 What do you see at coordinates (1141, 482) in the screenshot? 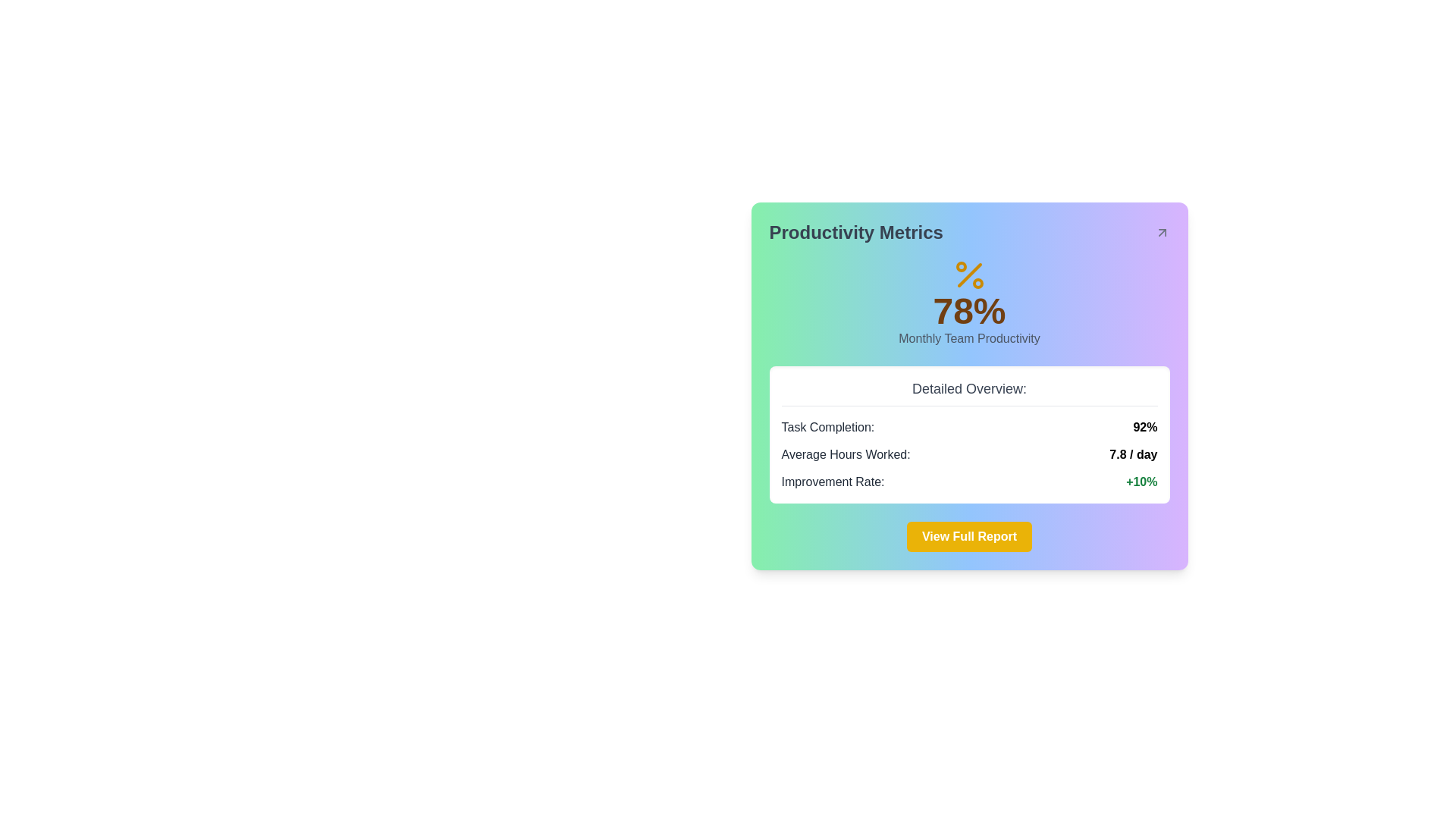
I see `the Static Text displaying the improvement rate in the lower right corner of the 'Detailed Overview' card, which shows a percentage increase of 10%` at bounding box center [1141, 482].